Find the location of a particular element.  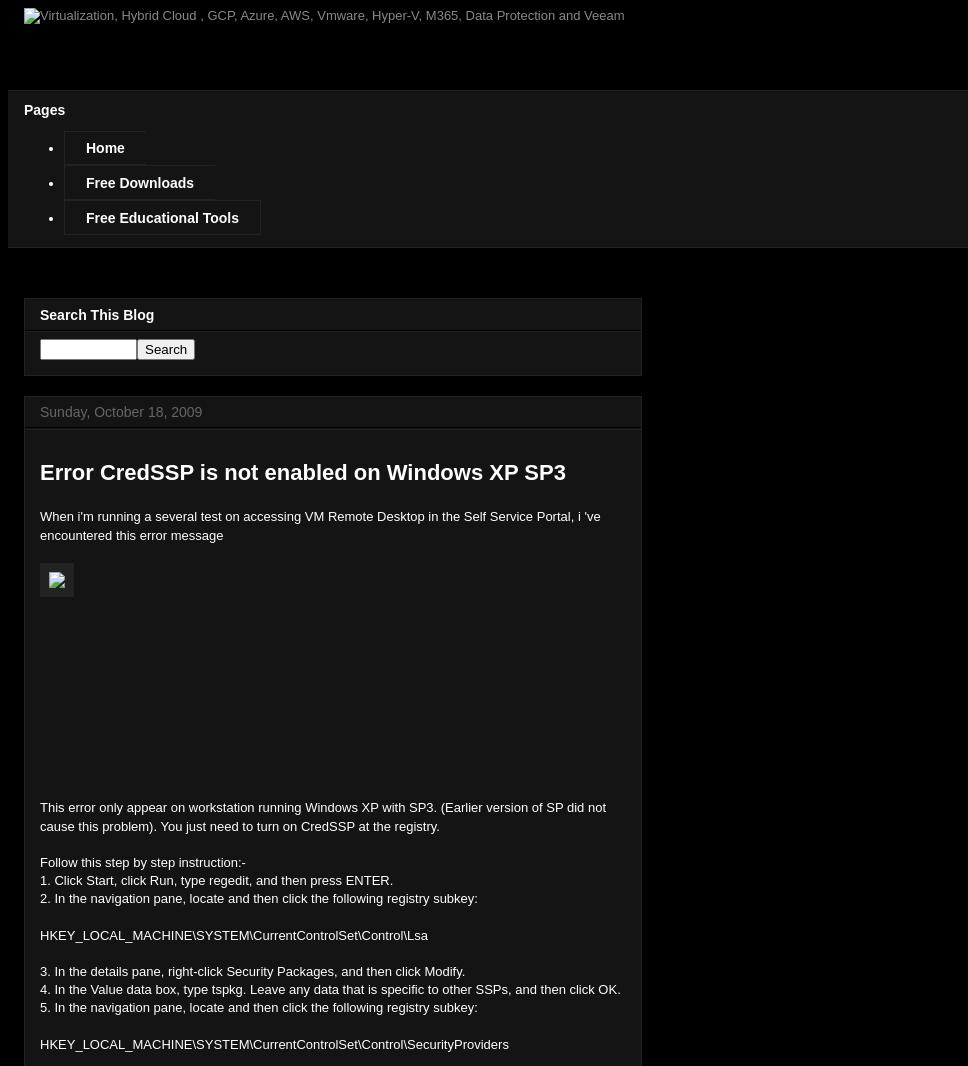

'HKEY_LOCAL_MACHINE\SYSTEM\CurrentControlSet\Control\SecurityProviders' is located at coordinates (274, 1043).